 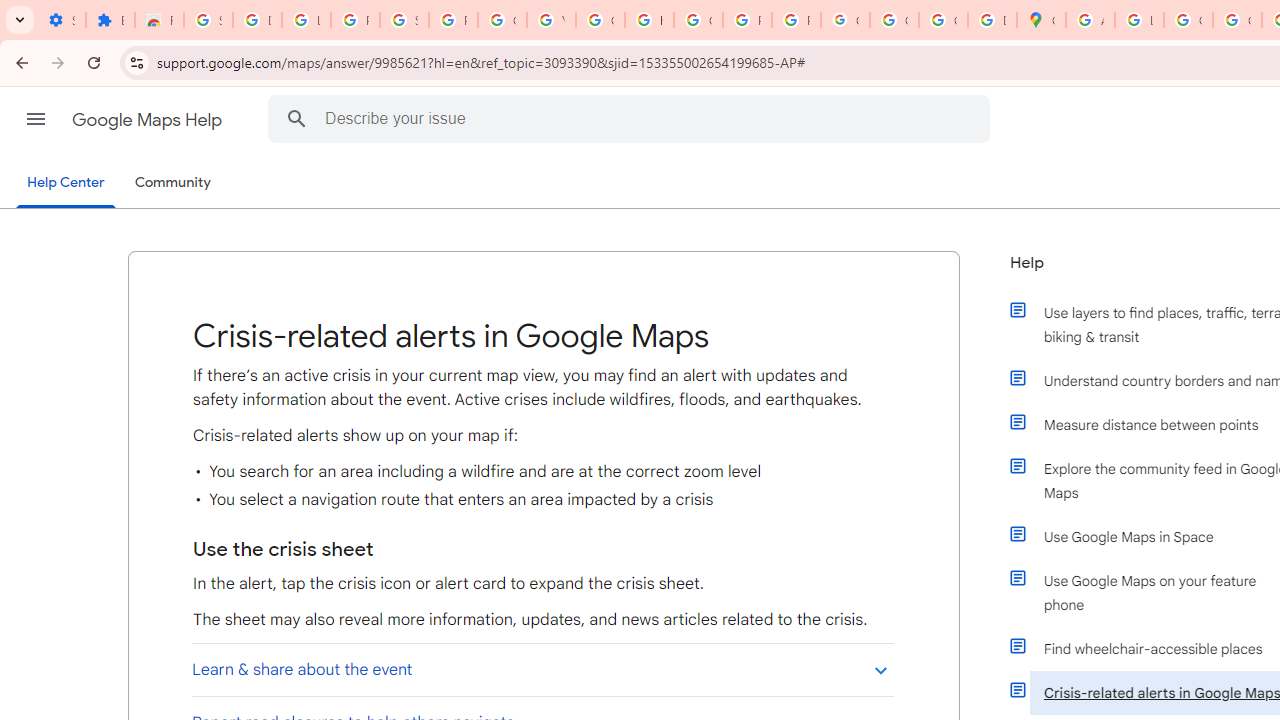 I want to click on 'Learn & share about the event', so click(x=542, y=669).